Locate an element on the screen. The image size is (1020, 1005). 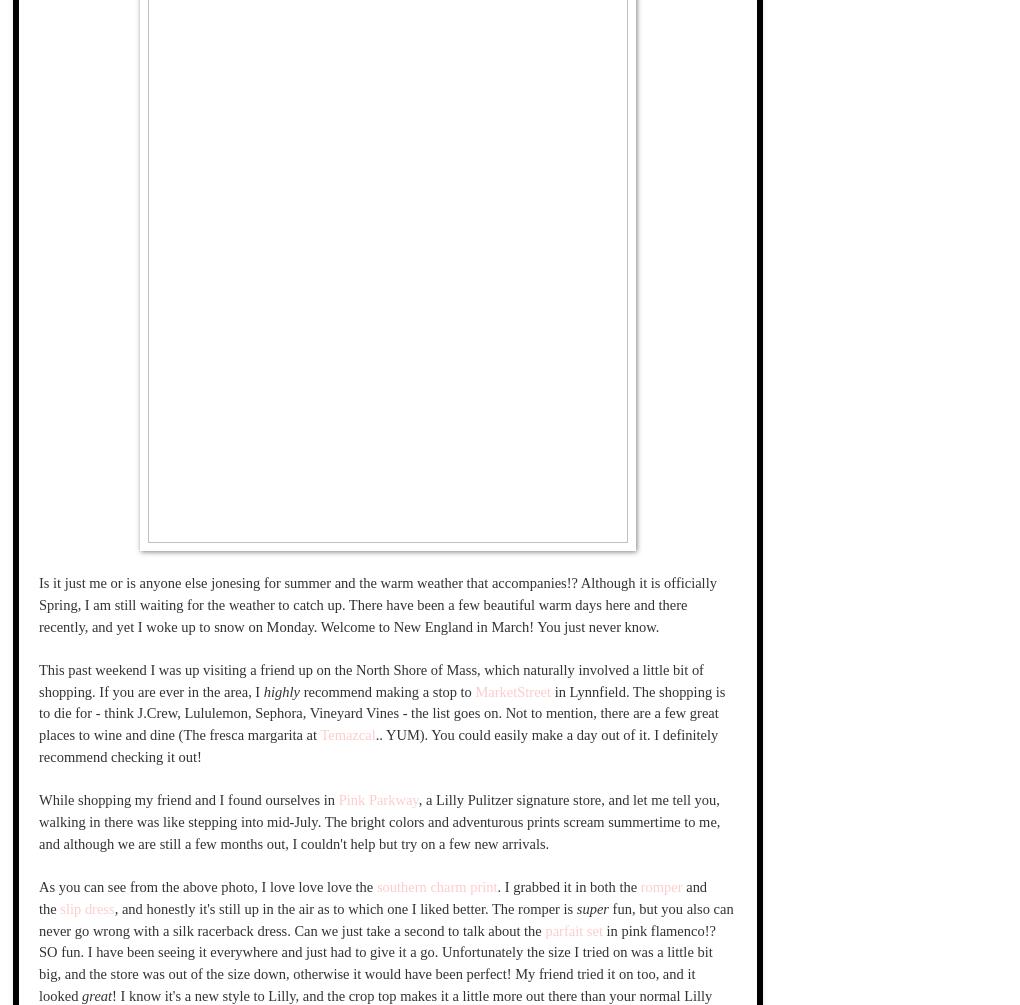
'As you can see from the above photo, I love love love the' is located at coordinates (206, 886).